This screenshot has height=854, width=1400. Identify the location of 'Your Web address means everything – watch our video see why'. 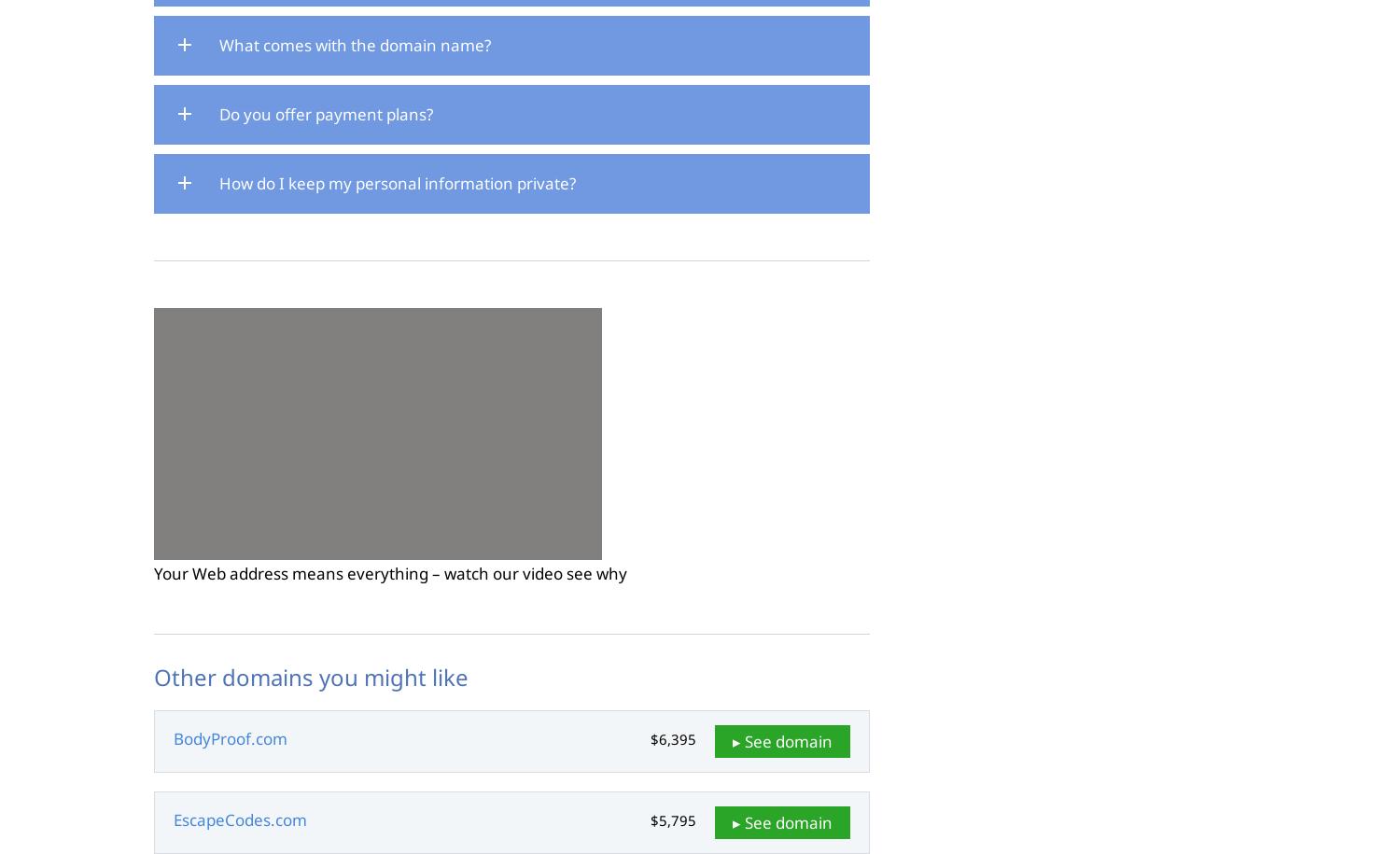
(390, 572).